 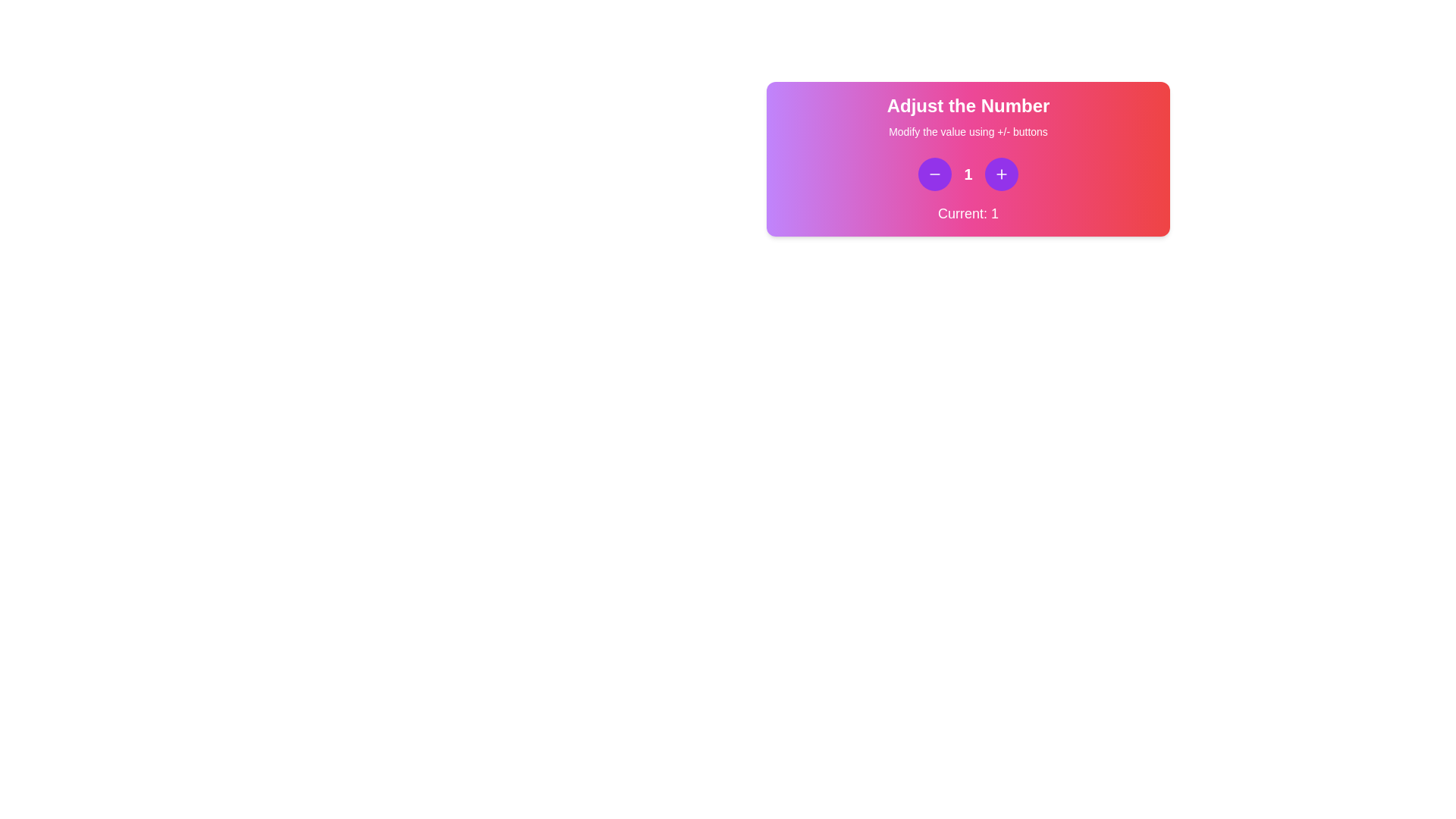 I want to click on the Text label that provides instructions for adjusting the numerical value, located below the heading 'Adjust the Number' and above the number adjustment controls, so click(x=967, y=130).